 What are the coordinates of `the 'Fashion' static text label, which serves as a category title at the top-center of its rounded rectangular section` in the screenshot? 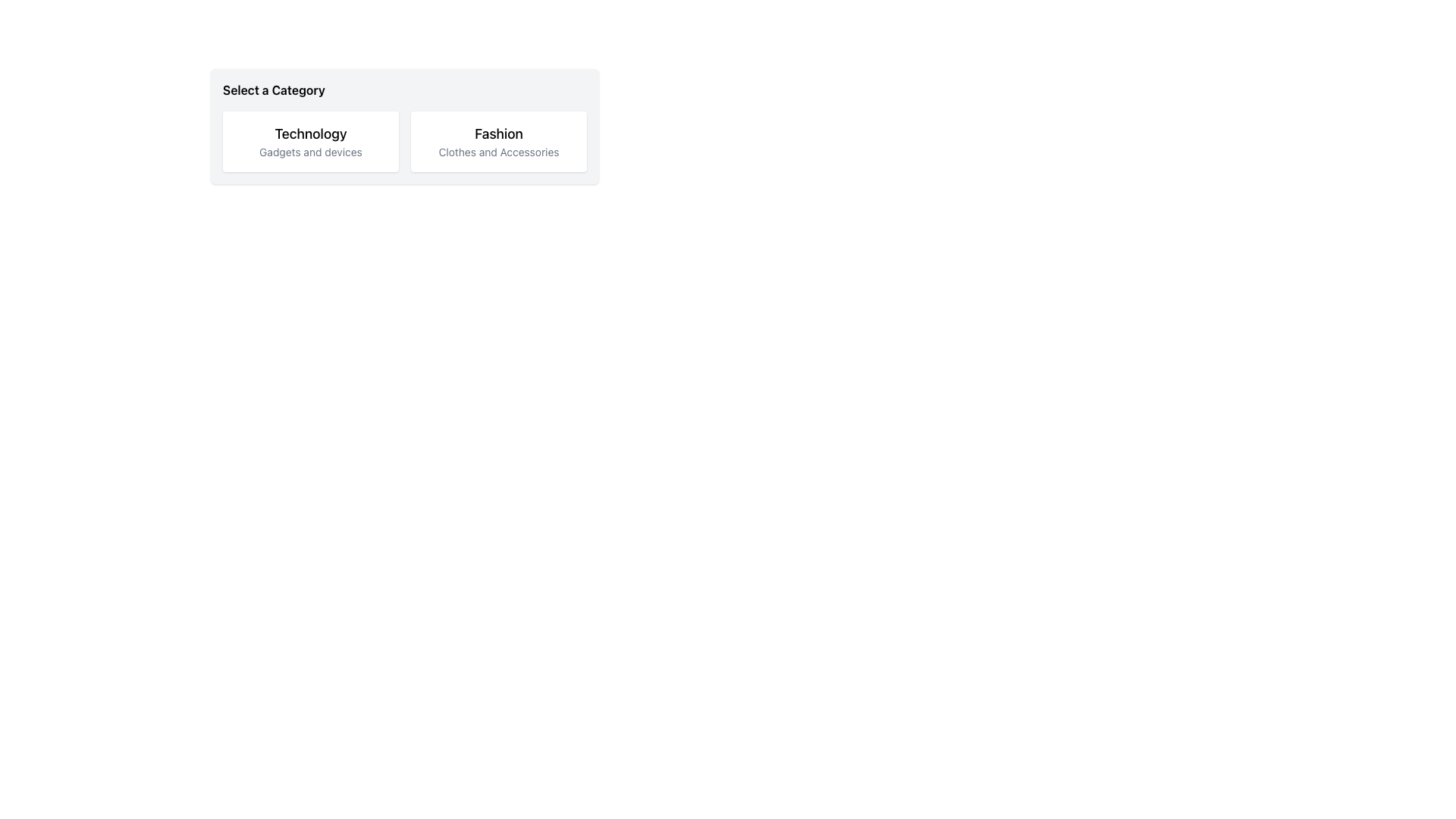 It's located at (498, 133).